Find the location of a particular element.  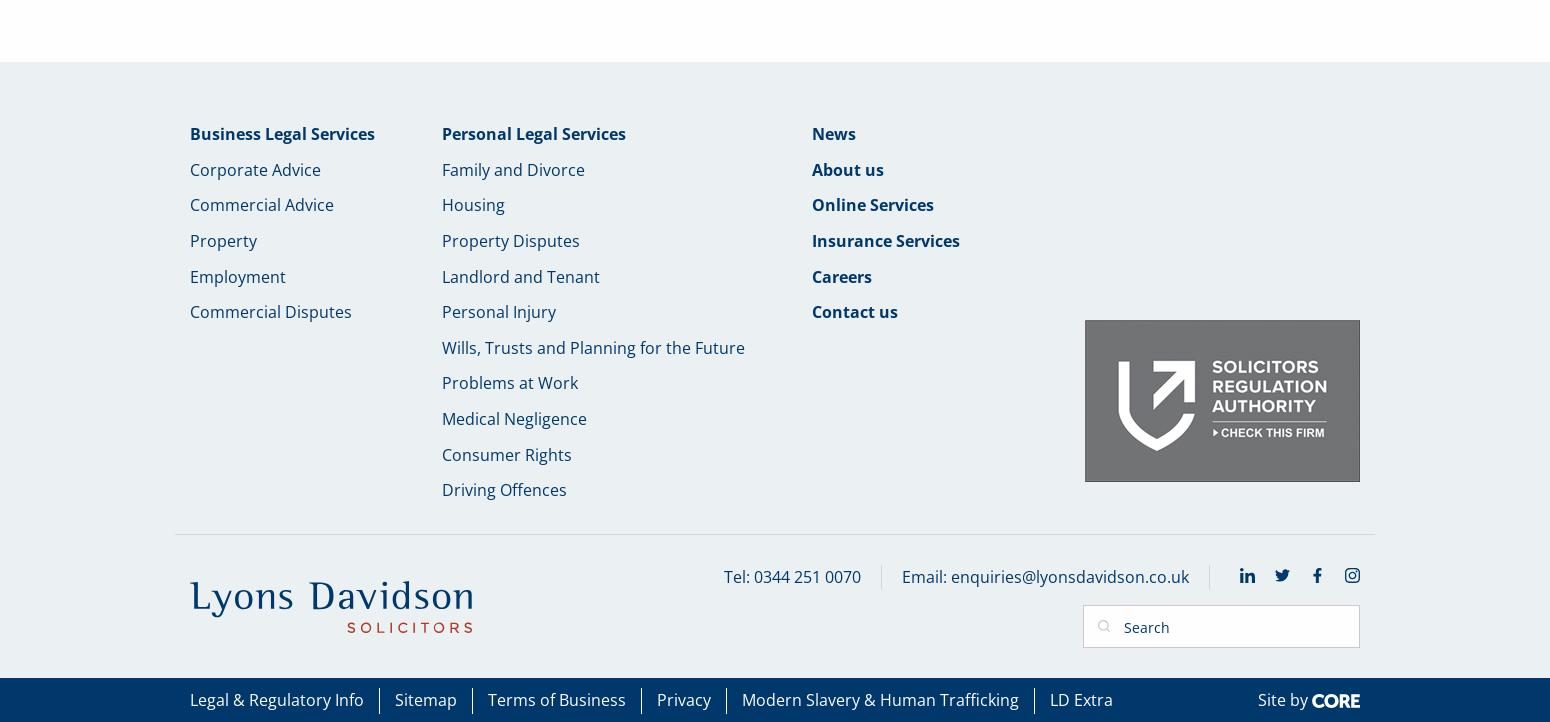

'Site by' is located at coordinates (1283, 698).